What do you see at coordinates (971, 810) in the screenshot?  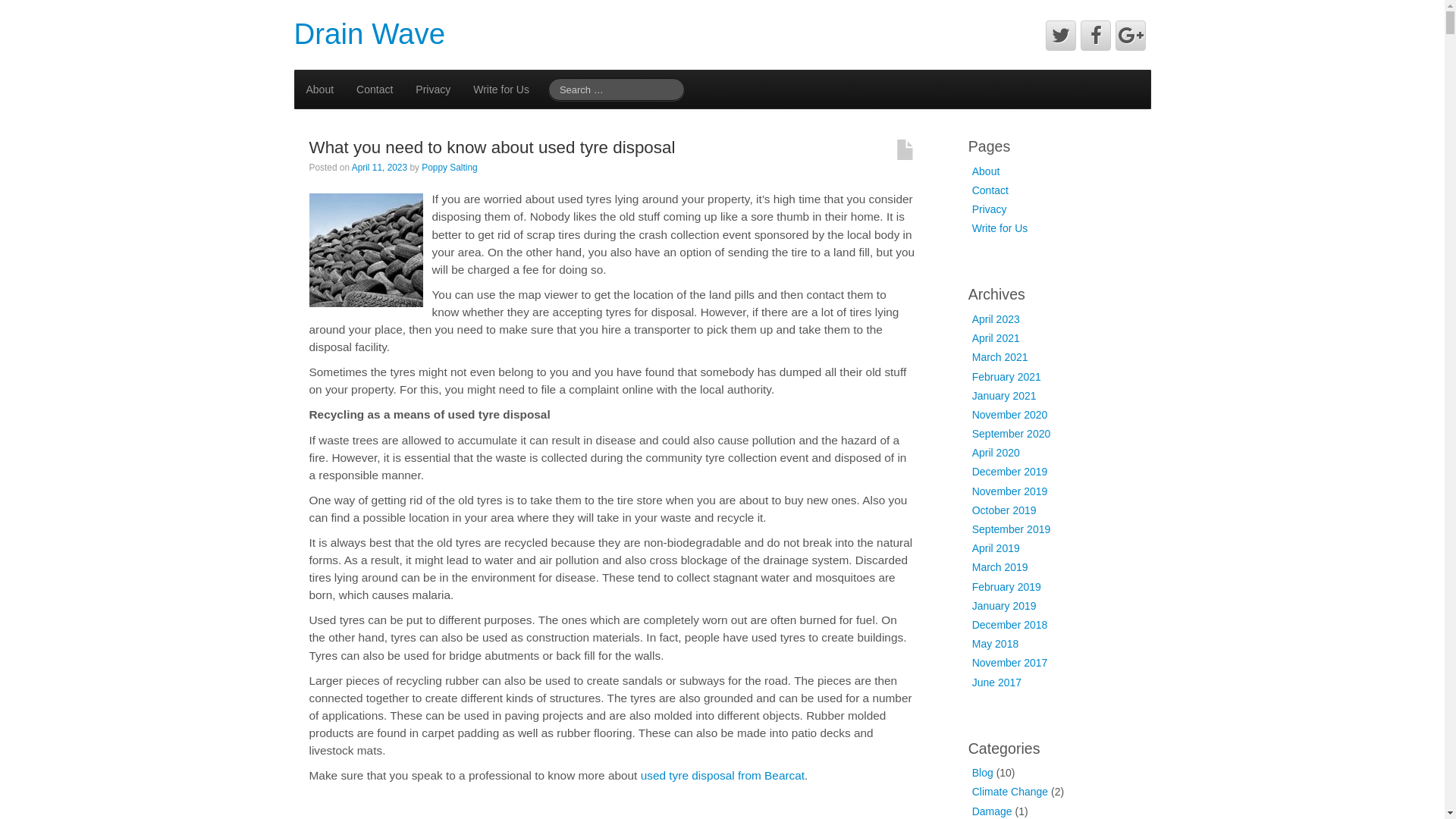 I see `'Damage'` at bounding box center [971, 810].